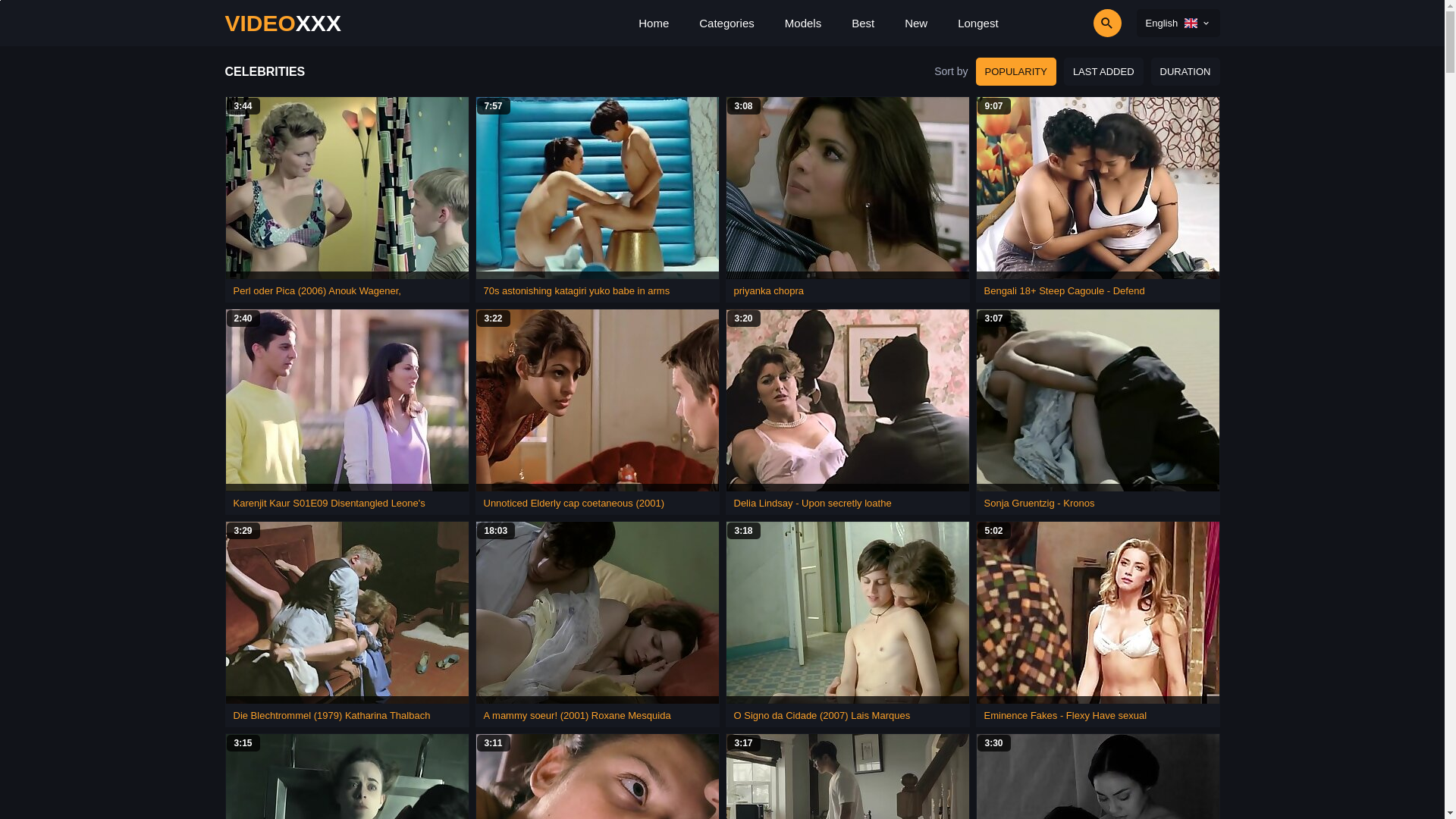 This screenshot has height=819, width=1456. What do you see at coordinates (862, 23) in the screenshot?
I see `'Best'` at bounding box center [862, 23].